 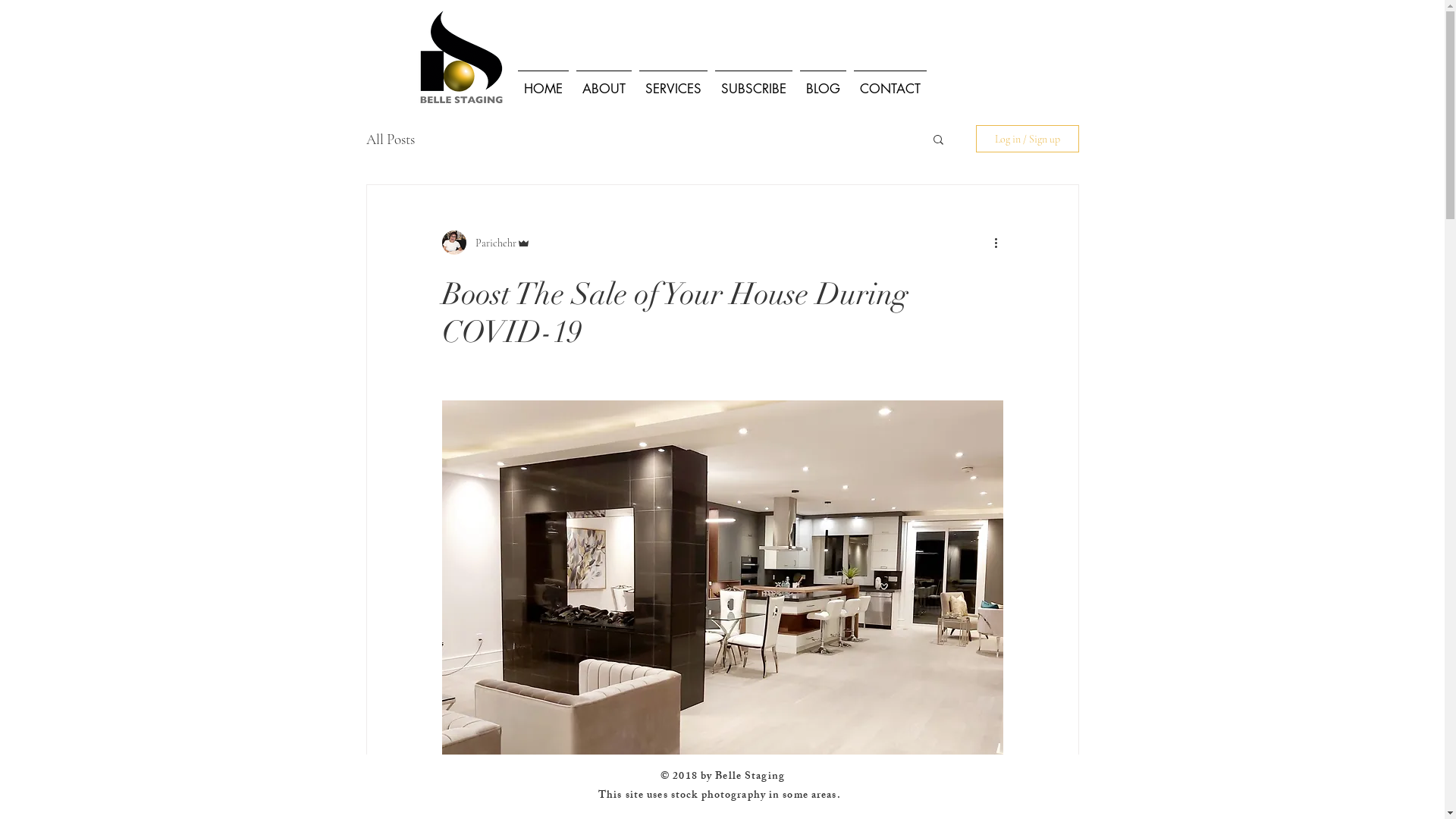 I want to click on 'ABOUT', so click(x=571, y=82).